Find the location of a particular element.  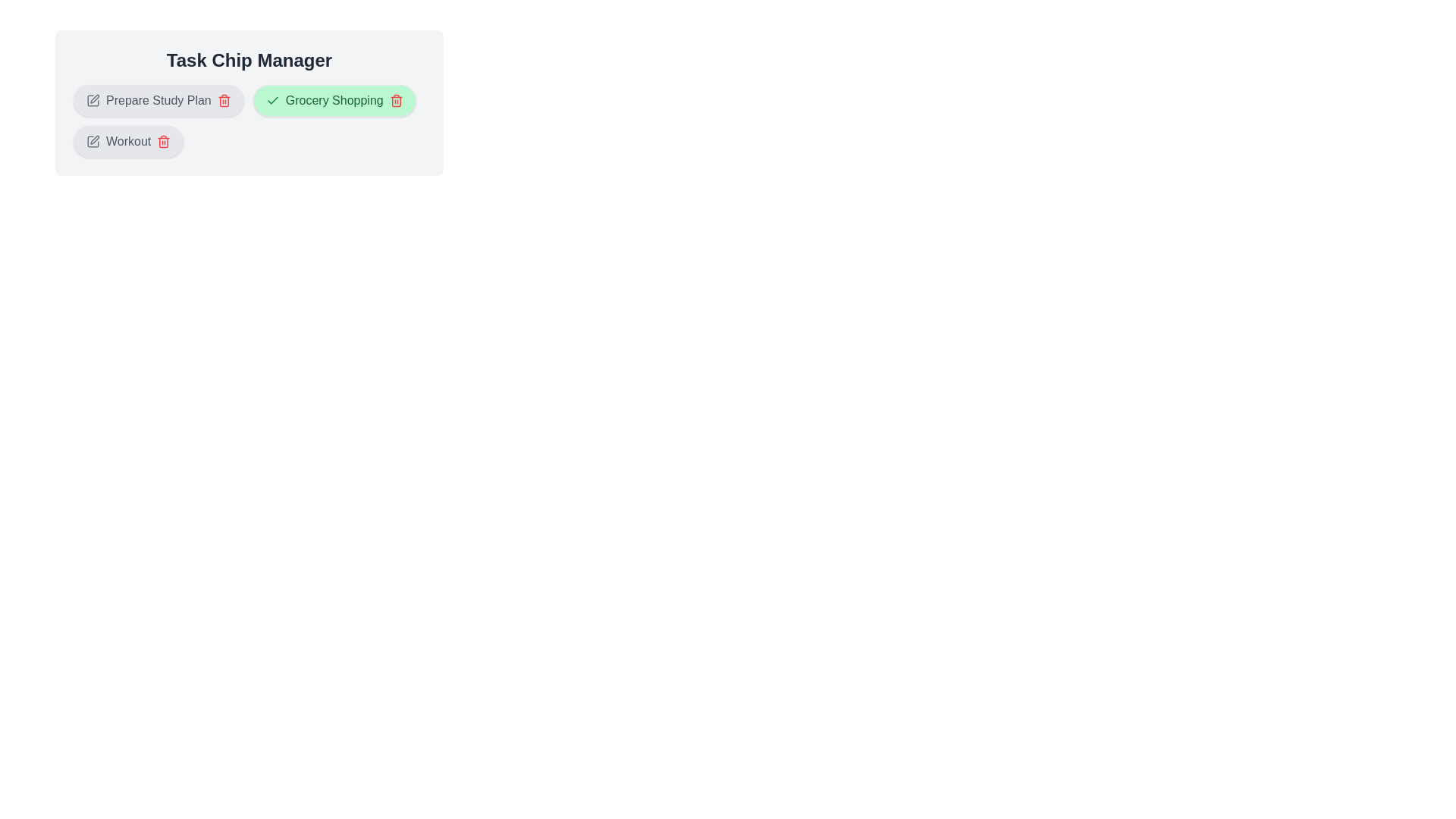

the non-interactive Text label that describes a task within the task chip interface, located centrally within the green-bordered rounded rectangle is located at coordinates (334, 100).